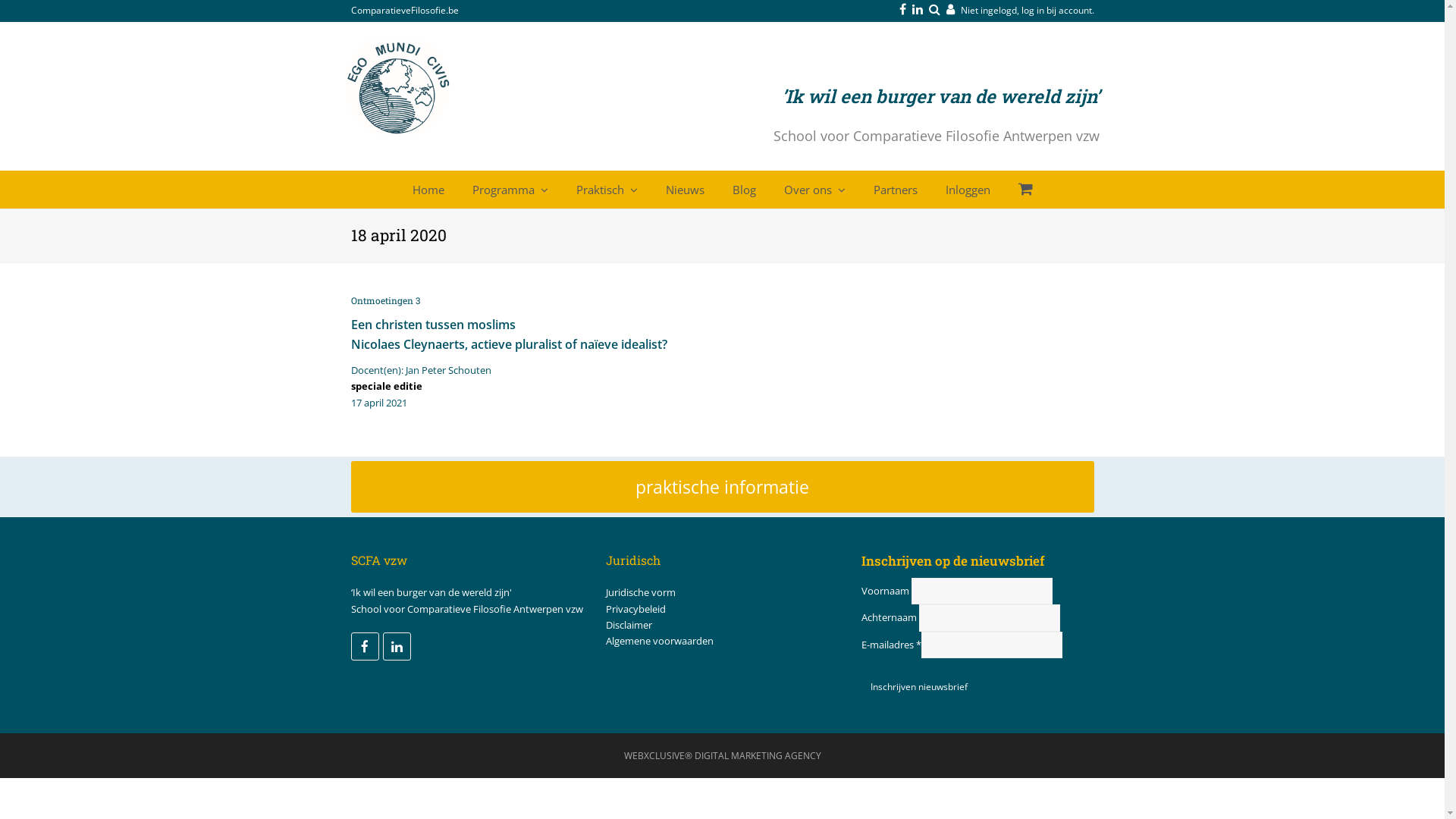 The image size is (1456, 819). What do you see at coordinates (918, 687) in the screenshot?
I see `'Inschrijven nieuwsbrief'` at bounding box center [918, 687].